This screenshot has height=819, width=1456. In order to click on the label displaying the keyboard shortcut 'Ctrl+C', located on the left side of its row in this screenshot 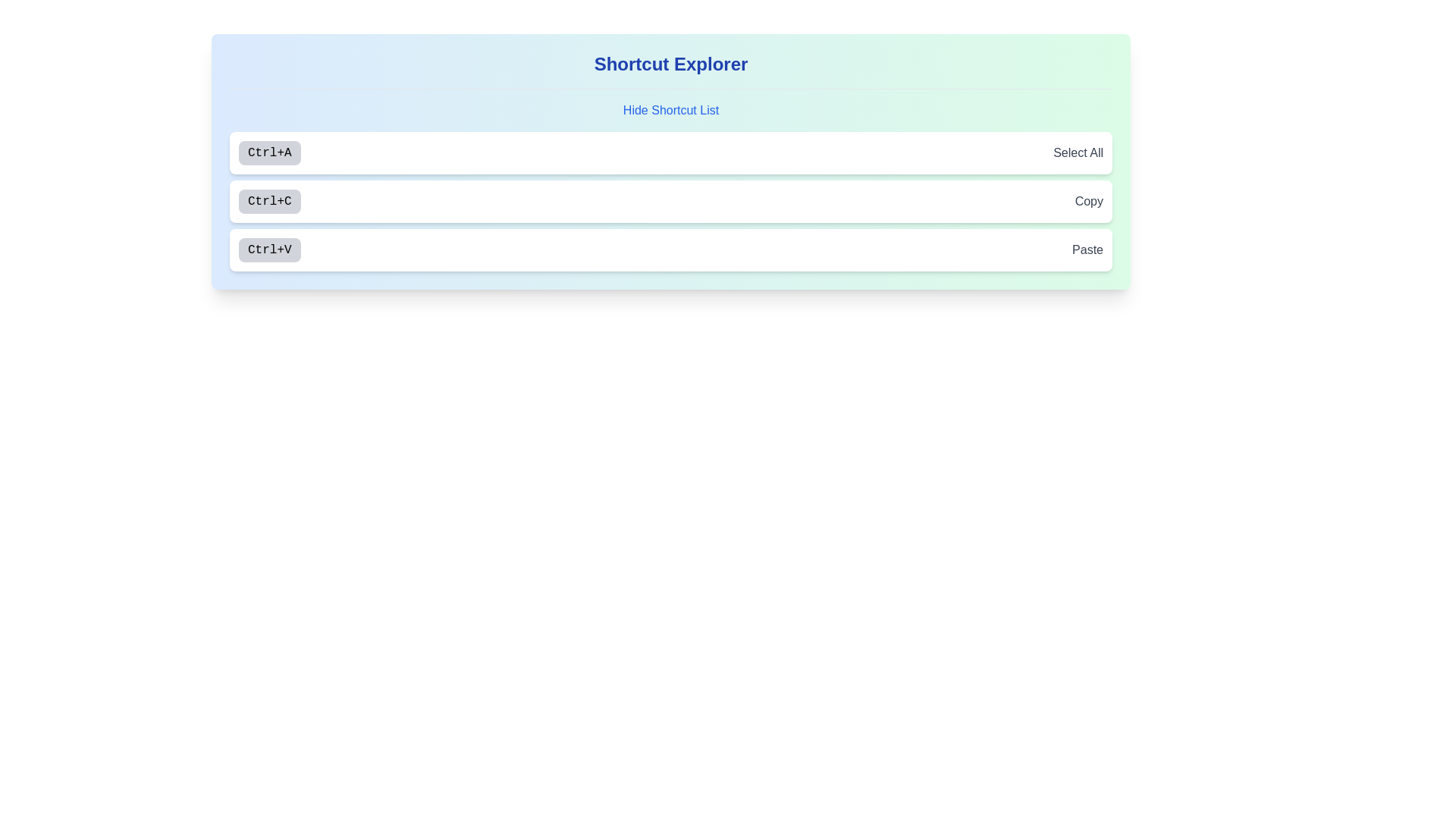, I will do `click(269, 201)`.